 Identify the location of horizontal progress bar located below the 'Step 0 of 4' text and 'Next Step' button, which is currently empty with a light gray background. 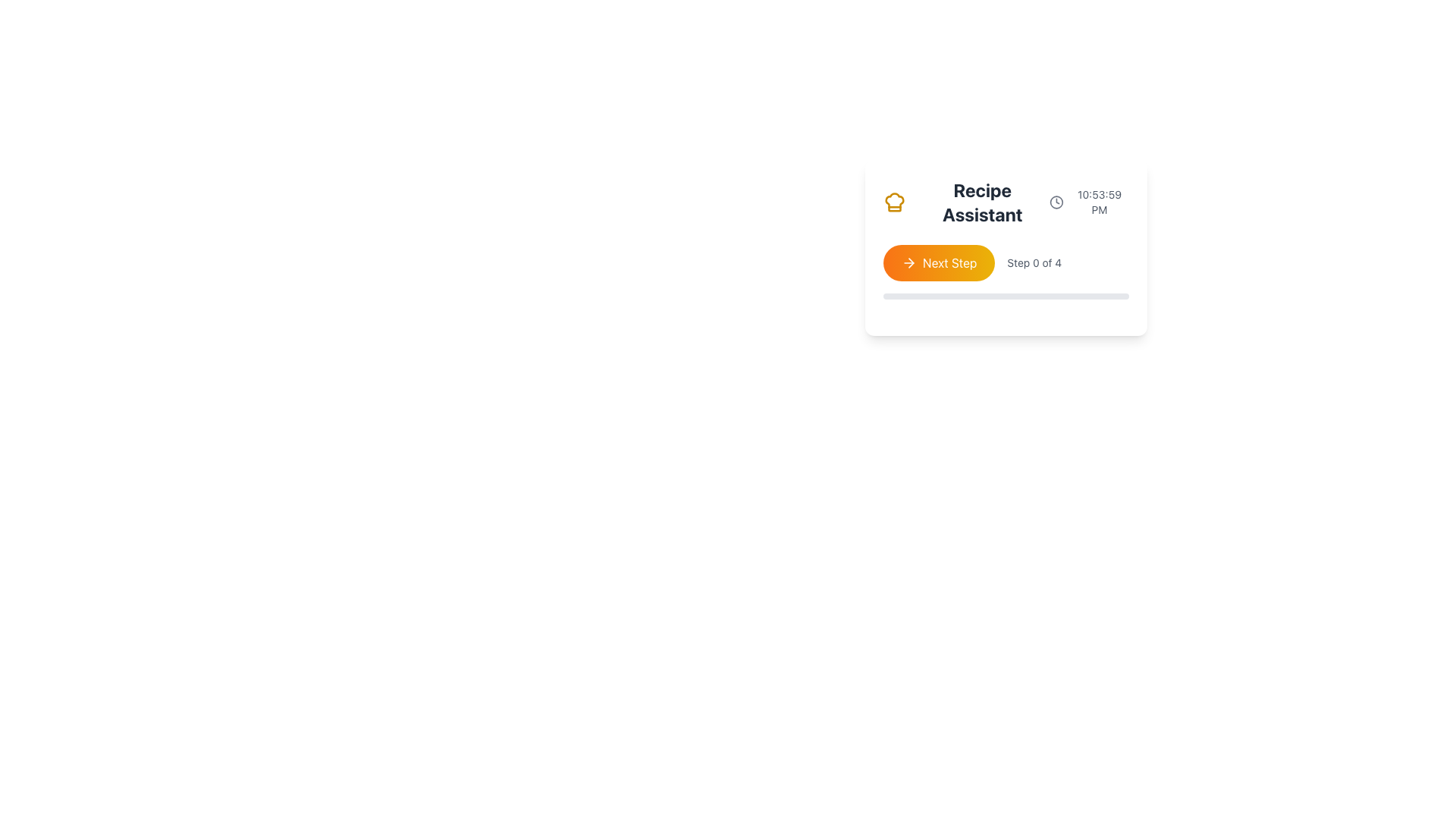
(1006, 296).